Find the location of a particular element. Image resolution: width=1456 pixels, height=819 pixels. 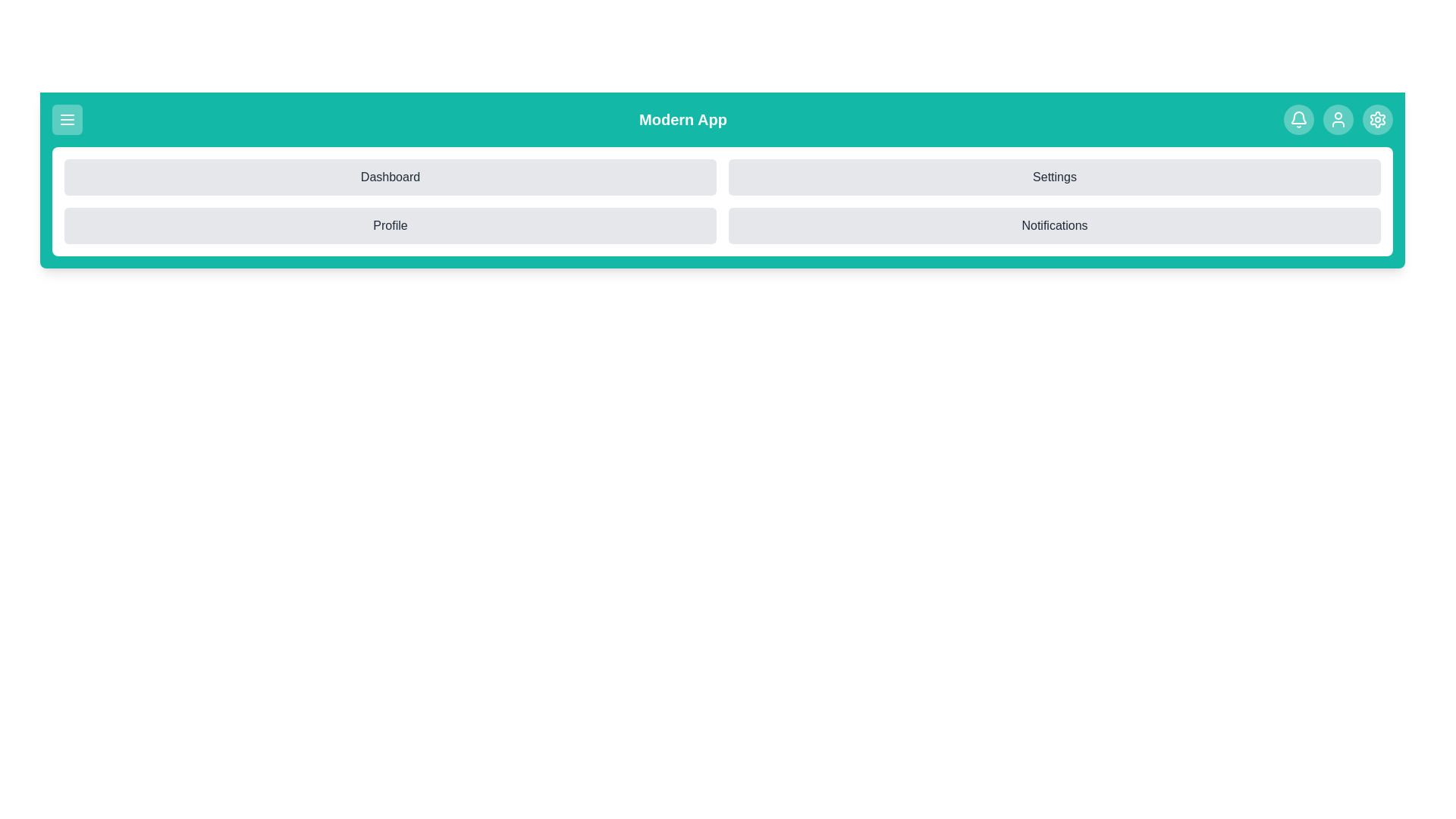

the 'Notifications' button to select it is located at coordinates (1054, 225).